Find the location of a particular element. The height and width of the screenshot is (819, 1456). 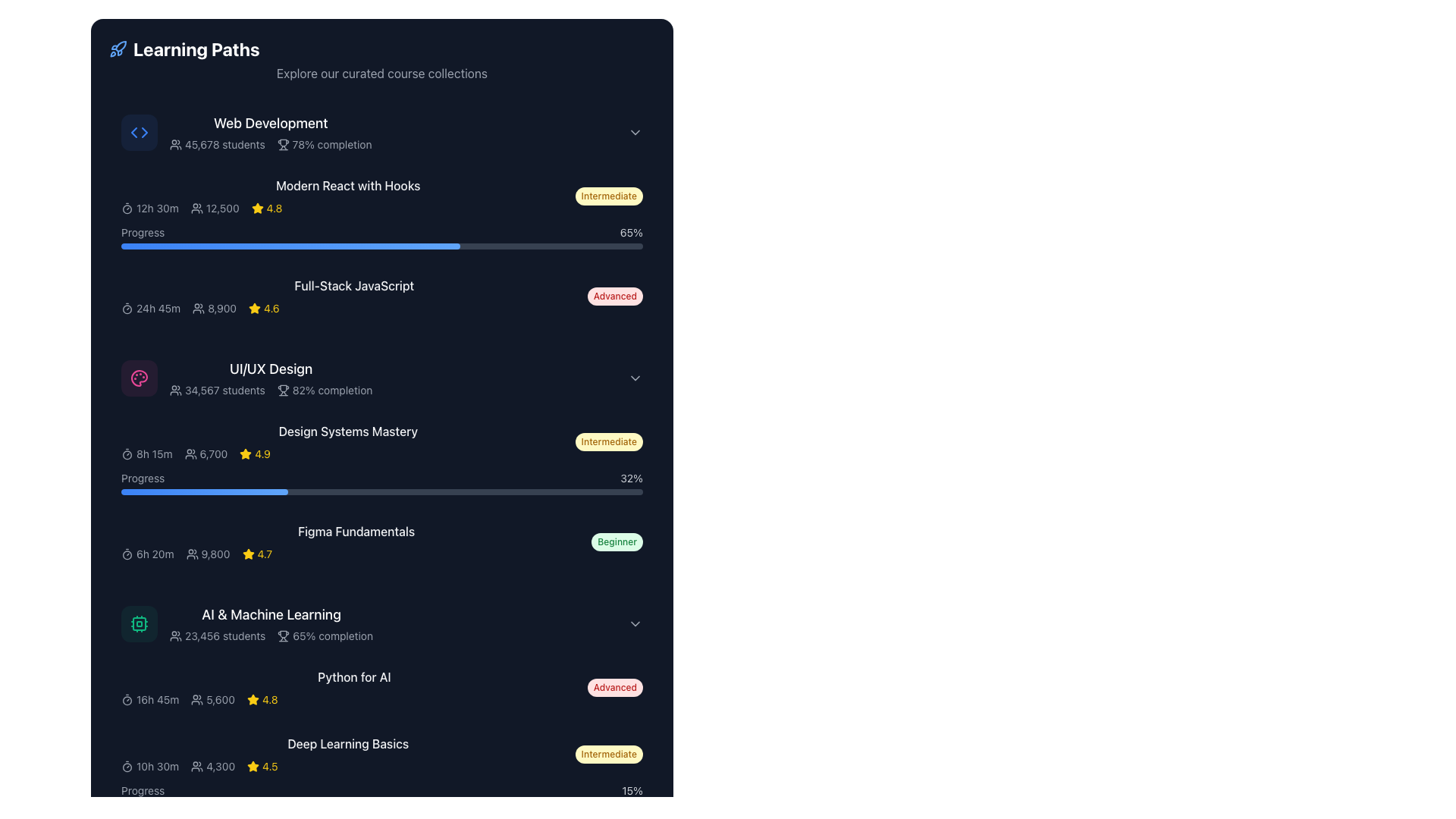

the informational display row next to the course title in the 'Deep Learning Basics' section, which provides details like duration, popularity, and rating is located at coordinates (347, 766).